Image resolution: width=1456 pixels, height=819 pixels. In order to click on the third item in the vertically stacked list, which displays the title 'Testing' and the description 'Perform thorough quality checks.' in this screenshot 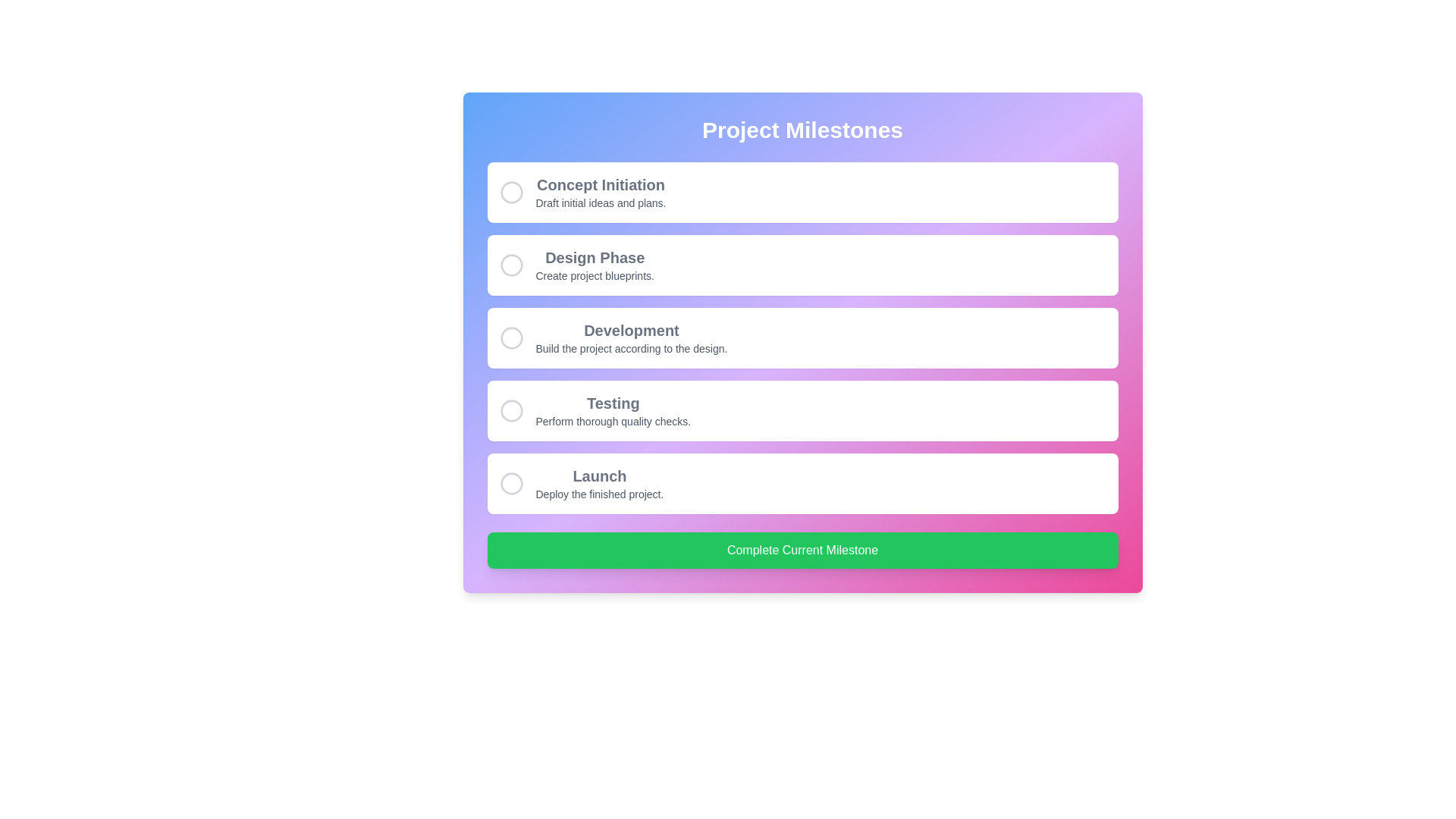, I will do `click(613, 411)`.